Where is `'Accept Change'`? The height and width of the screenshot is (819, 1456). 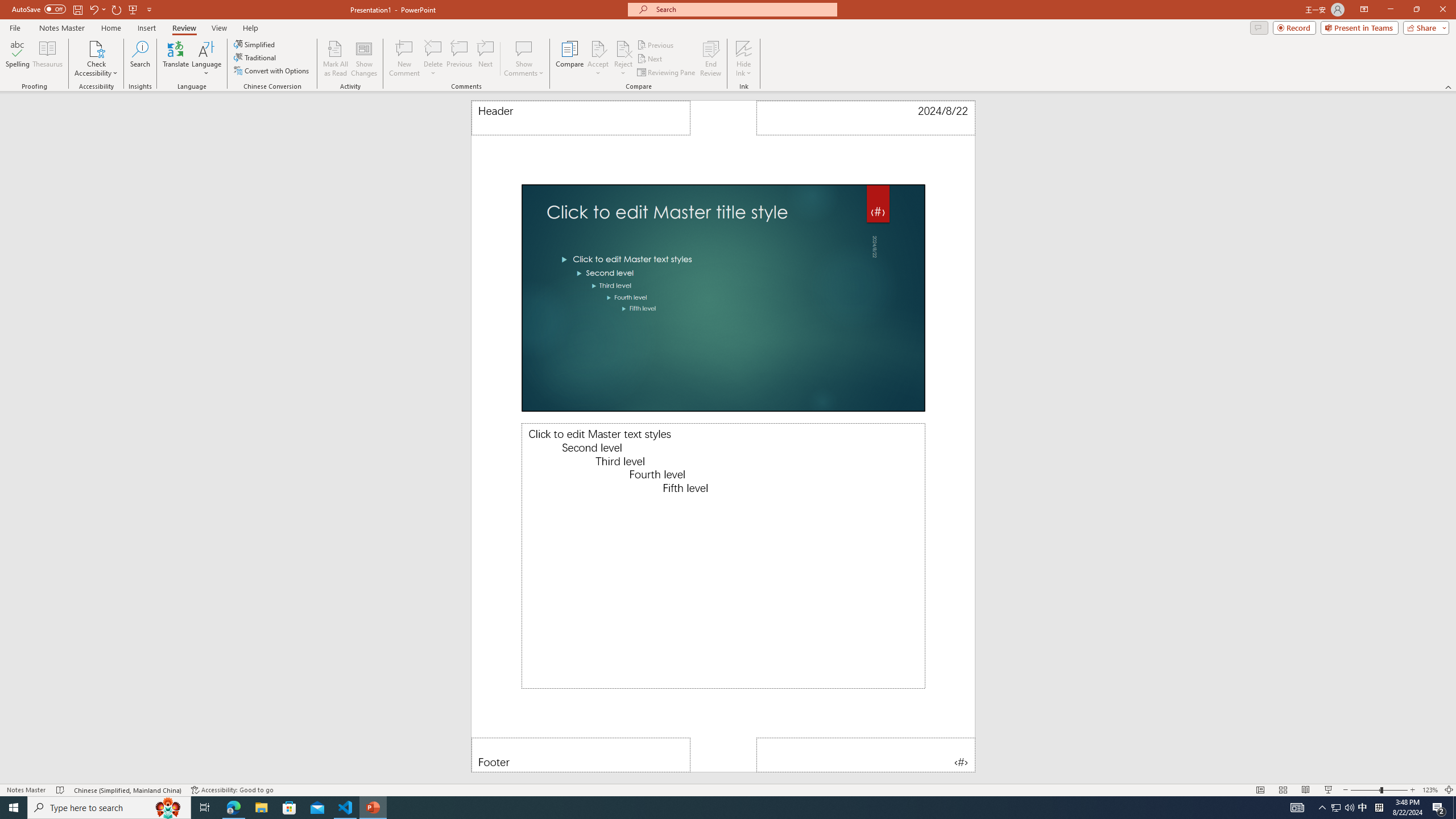
'Accept Change' is located at coordinates (598, 48).